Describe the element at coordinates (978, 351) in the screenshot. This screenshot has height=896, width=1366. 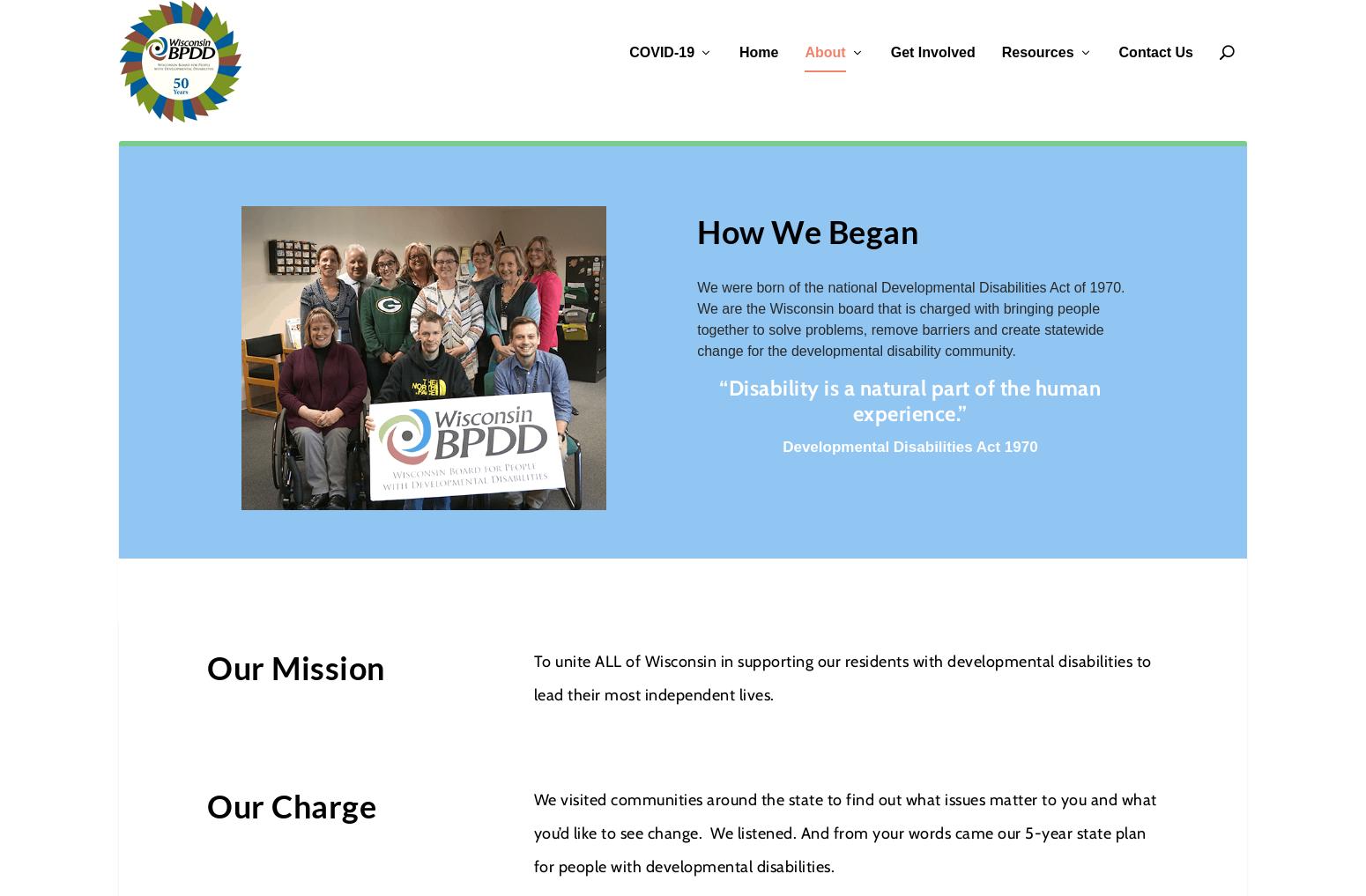
I see `'community.'` at that location.